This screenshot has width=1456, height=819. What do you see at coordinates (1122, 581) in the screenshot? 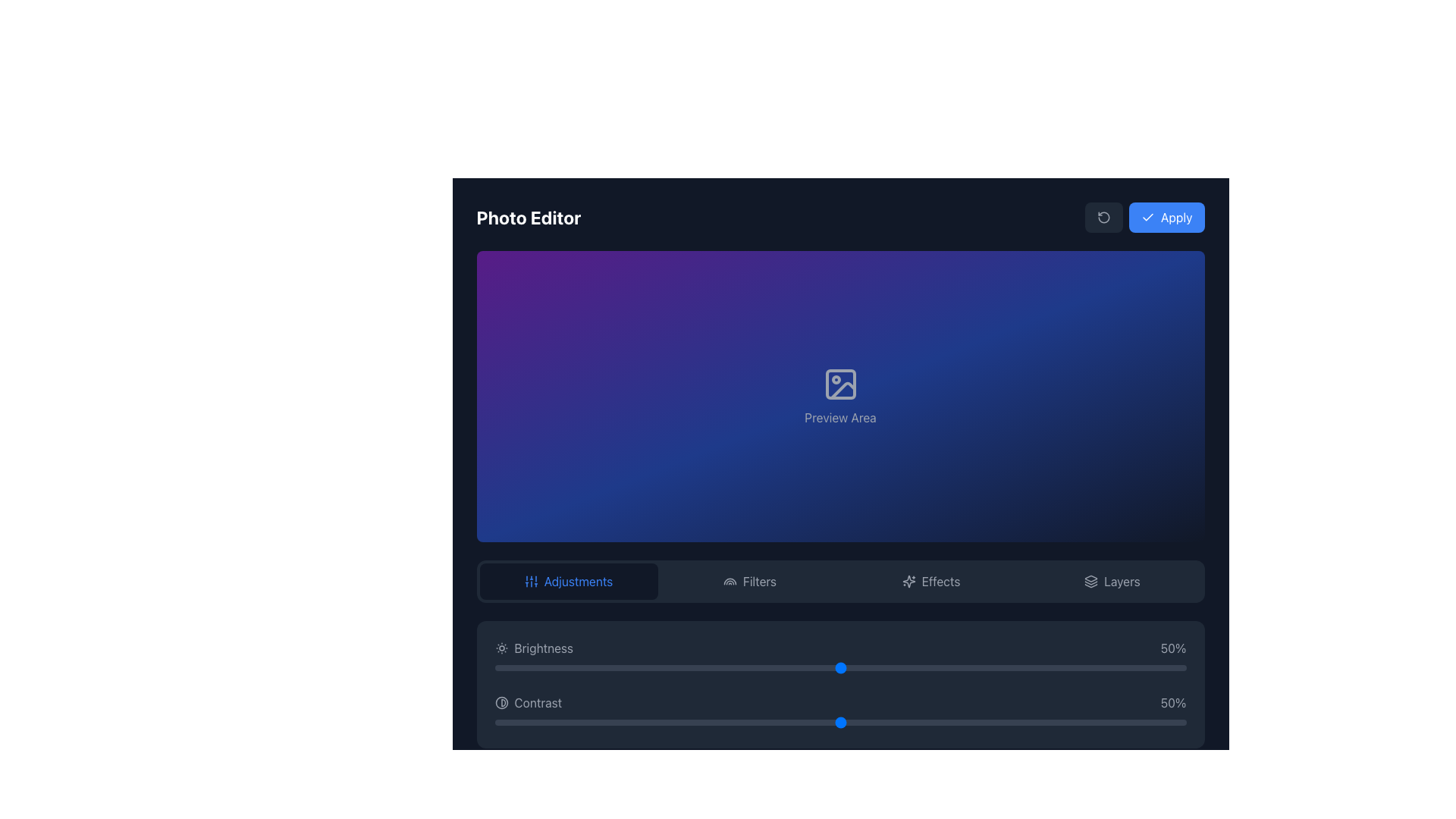
I see `the 'Layers' text label, which is styled in light gray and located on the rightmost side of the menu bar` at bounding box center [1122, 581].